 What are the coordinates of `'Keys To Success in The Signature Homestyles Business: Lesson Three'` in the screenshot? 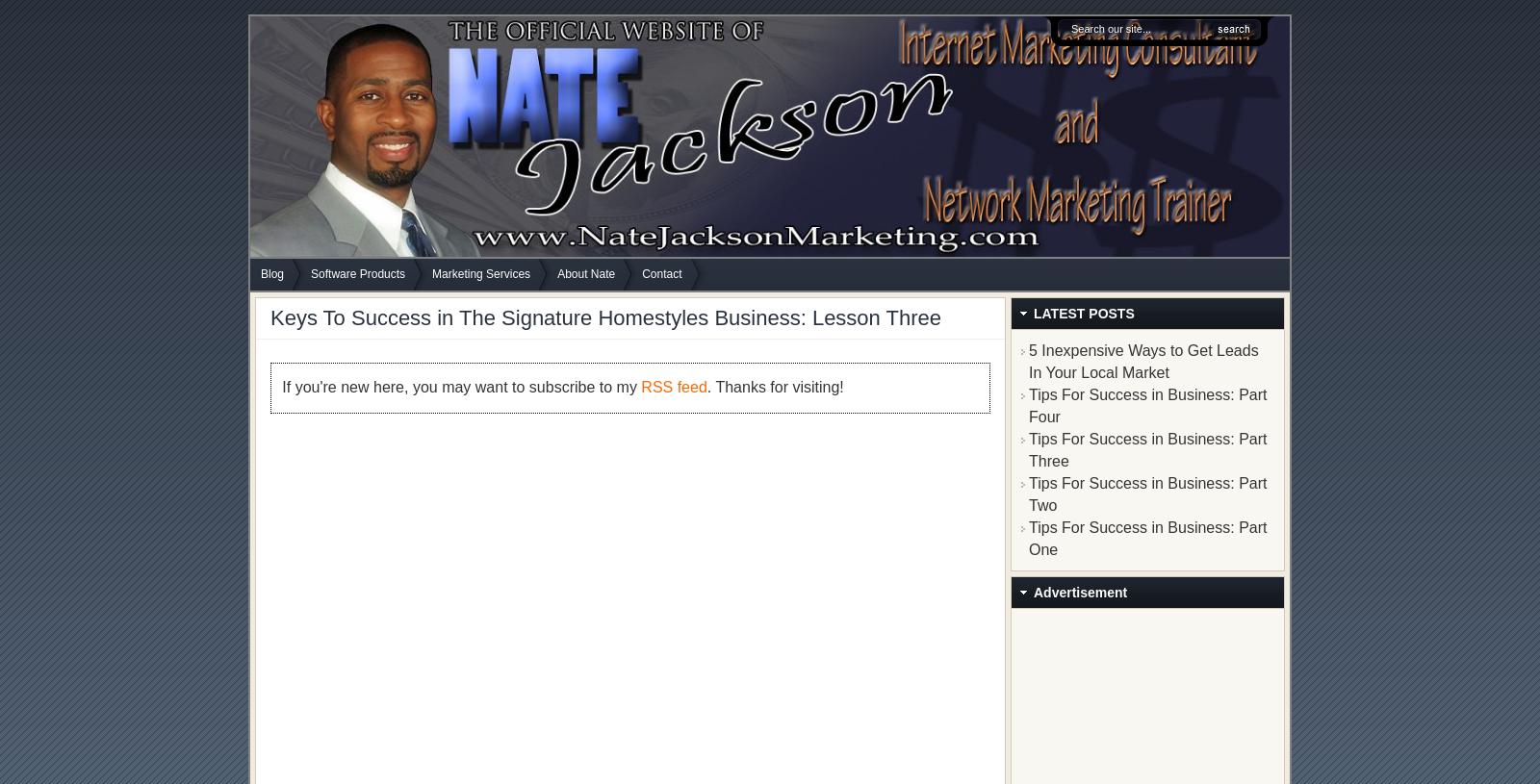 It's located at (605, 316).